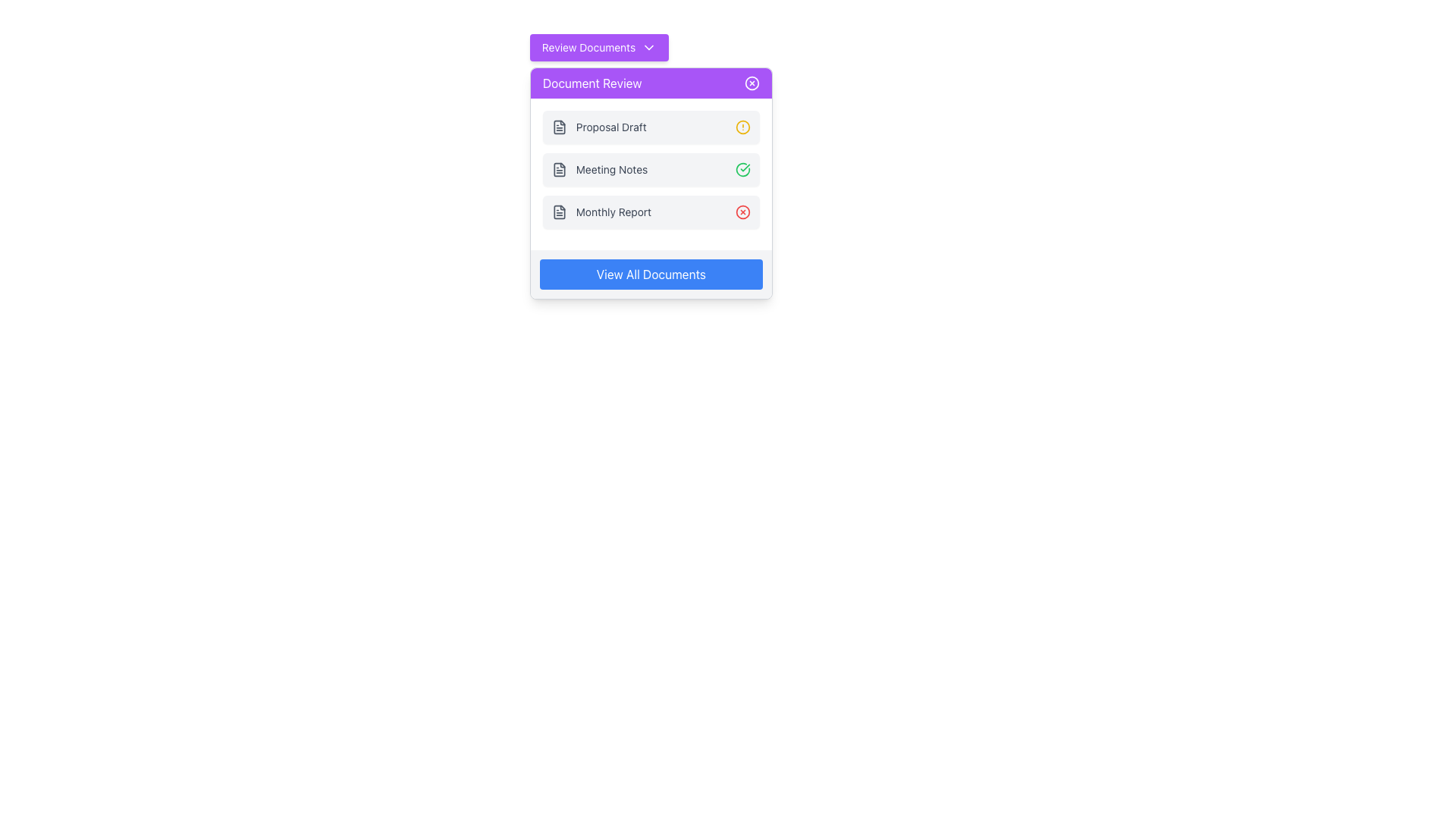 This screenshot has height=819, width=1456. Describe the element at coordinates (558, 169) in the screenshot. I see `the 'Meeting Notes' icon located in the Document Review panel, which is the first icon to the left of the text label 'Meeting Notes'` at that location.